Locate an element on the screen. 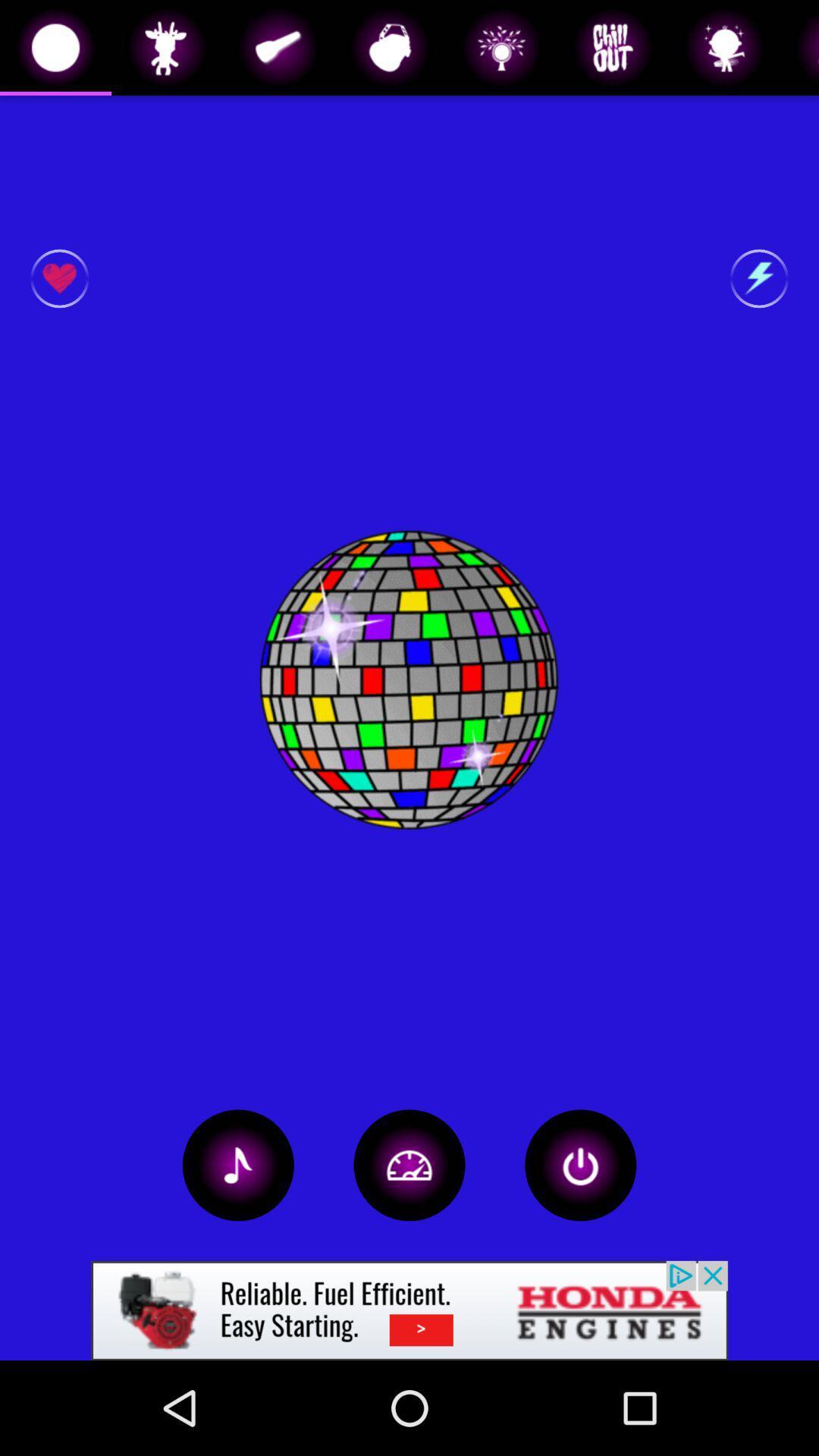 The height and width of the screenshot is (1456, 819). turn off/on option is located at coordinates (580, 1164).